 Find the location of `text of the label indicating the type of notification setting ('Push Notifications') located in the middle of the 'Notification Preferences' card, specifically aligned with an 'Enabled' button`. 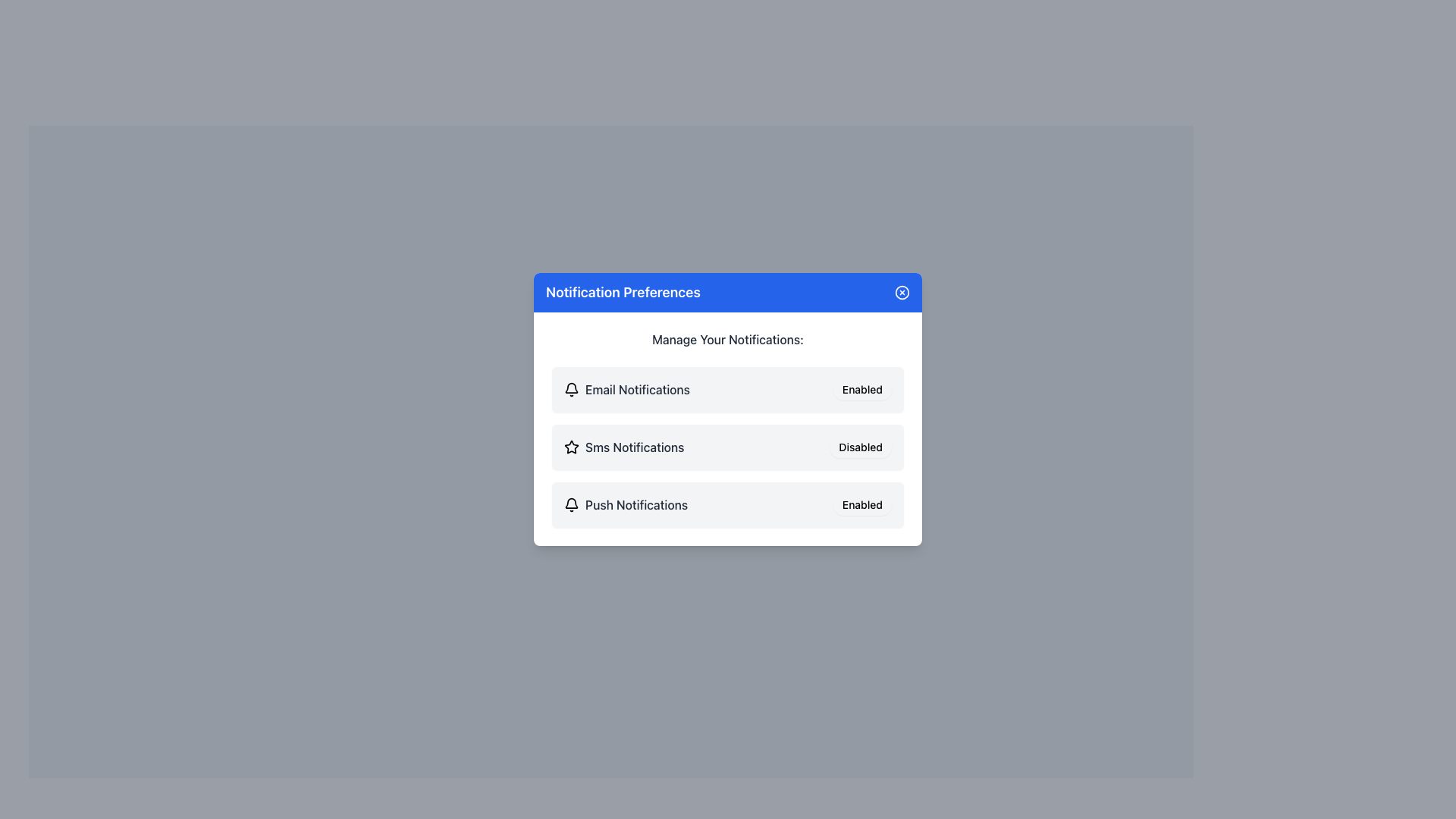

text of the label indicating the type of notification setting ('Push Notifications') located in the middle of the 'Notification Preferences' card, specifically aligned with an 'Enabled' button is located at coordinates (626, 505).